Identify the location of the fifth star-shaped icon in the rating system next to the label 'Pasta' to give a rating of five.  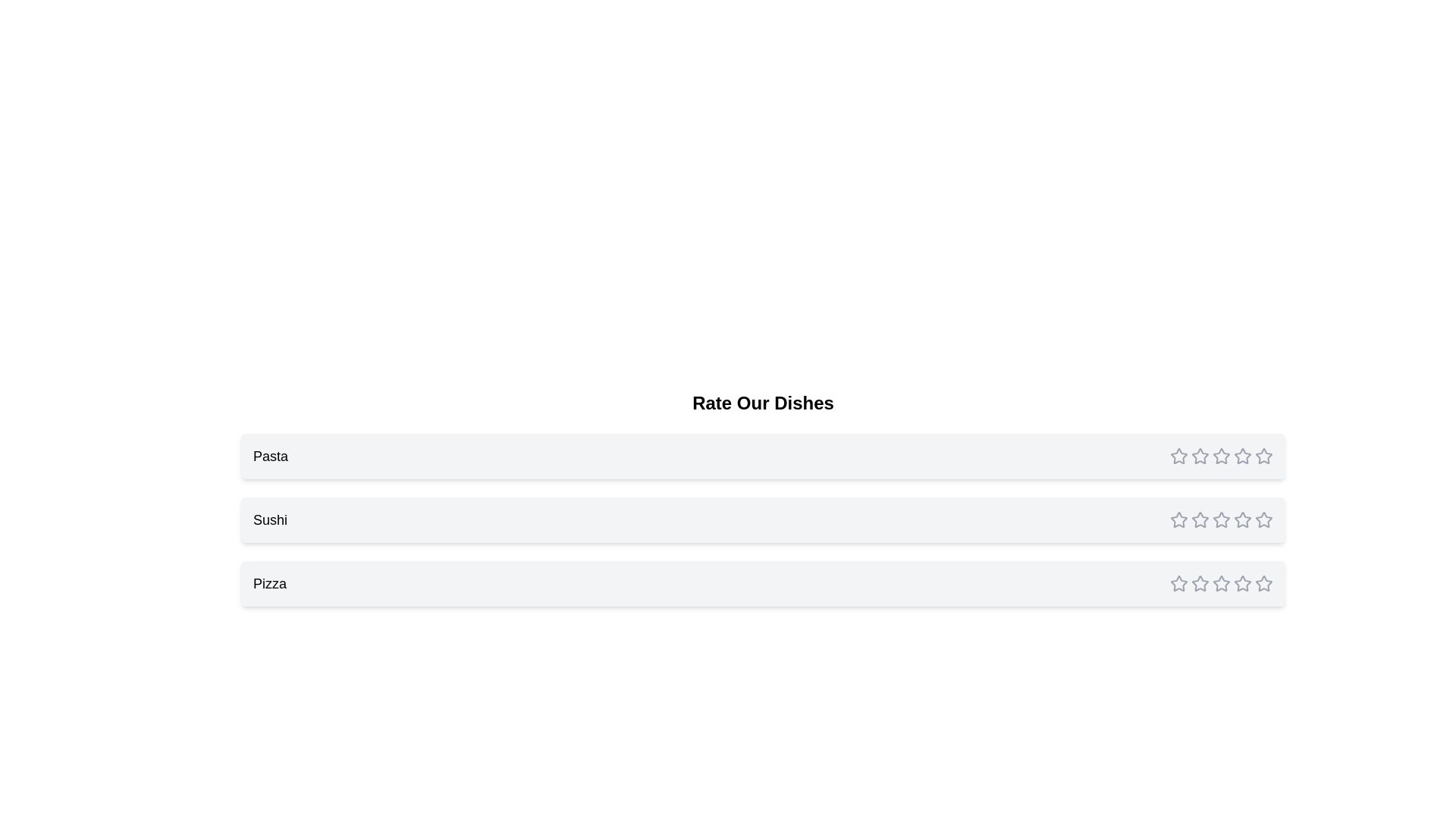
(1263, 455).